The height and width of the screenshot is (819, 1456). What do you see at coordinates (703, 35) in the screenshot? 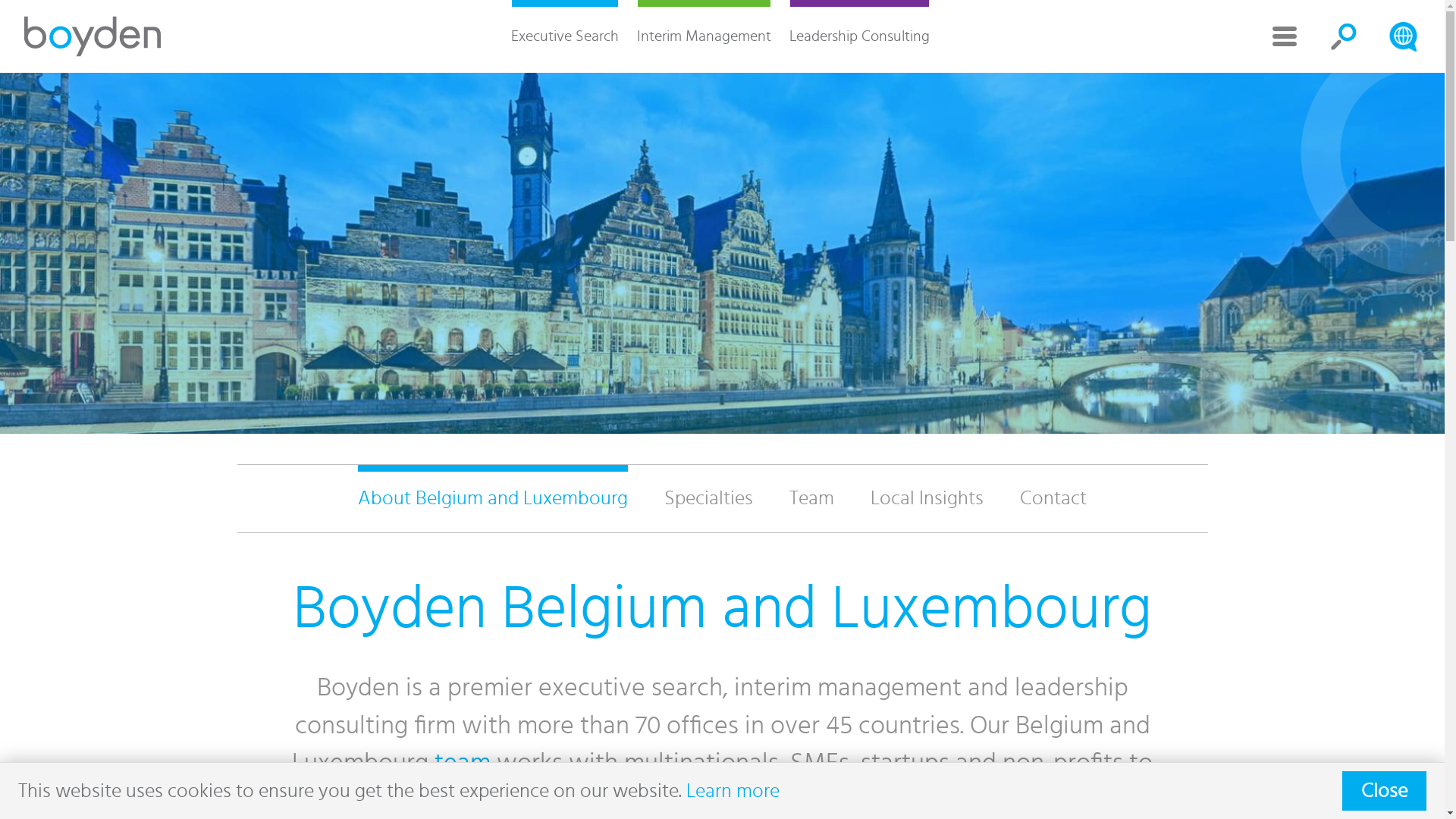
I see `'Interim Management'` at bounding box center [703, 35].